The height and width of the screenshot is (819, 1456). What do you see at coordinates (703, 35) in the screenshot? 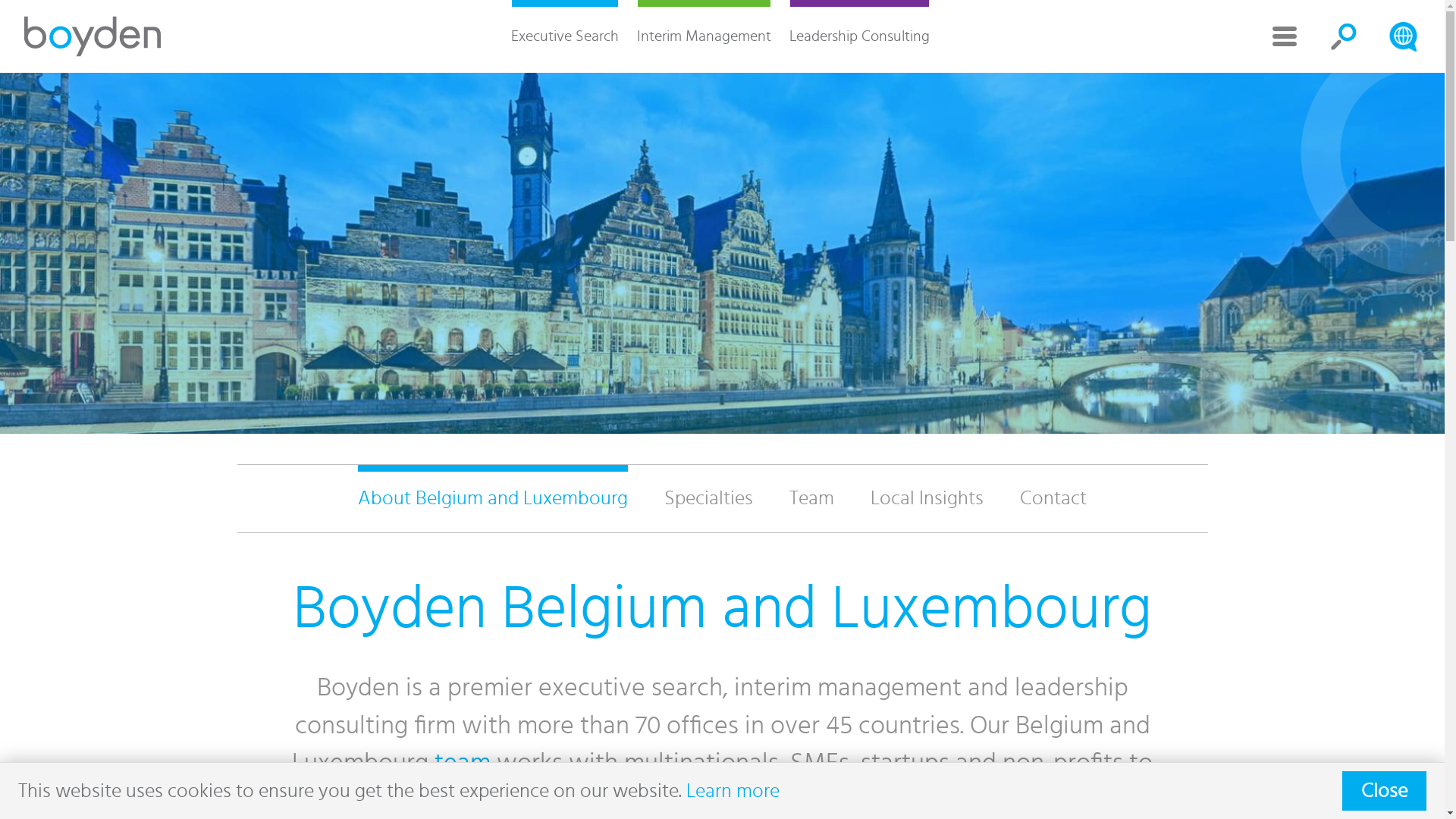
I see `'Interim Management'` at bounding box center [703, 35].